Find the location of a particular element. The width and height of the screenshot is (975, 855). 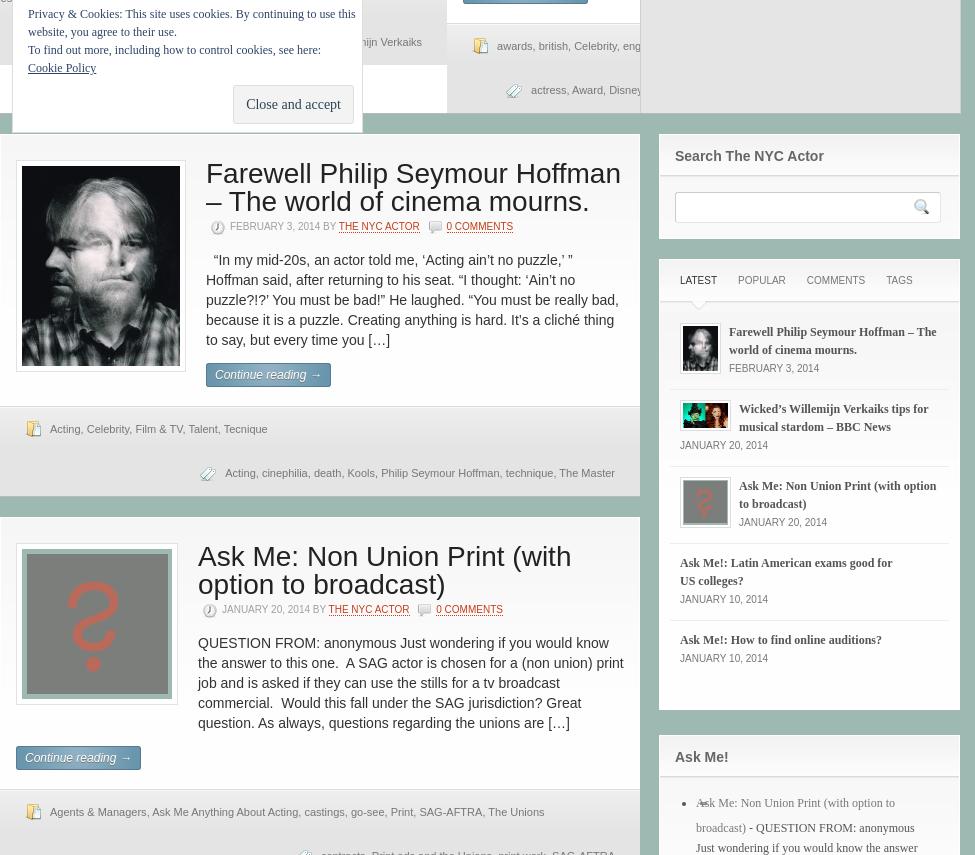

'castings' is located at coordinates (322, 811).